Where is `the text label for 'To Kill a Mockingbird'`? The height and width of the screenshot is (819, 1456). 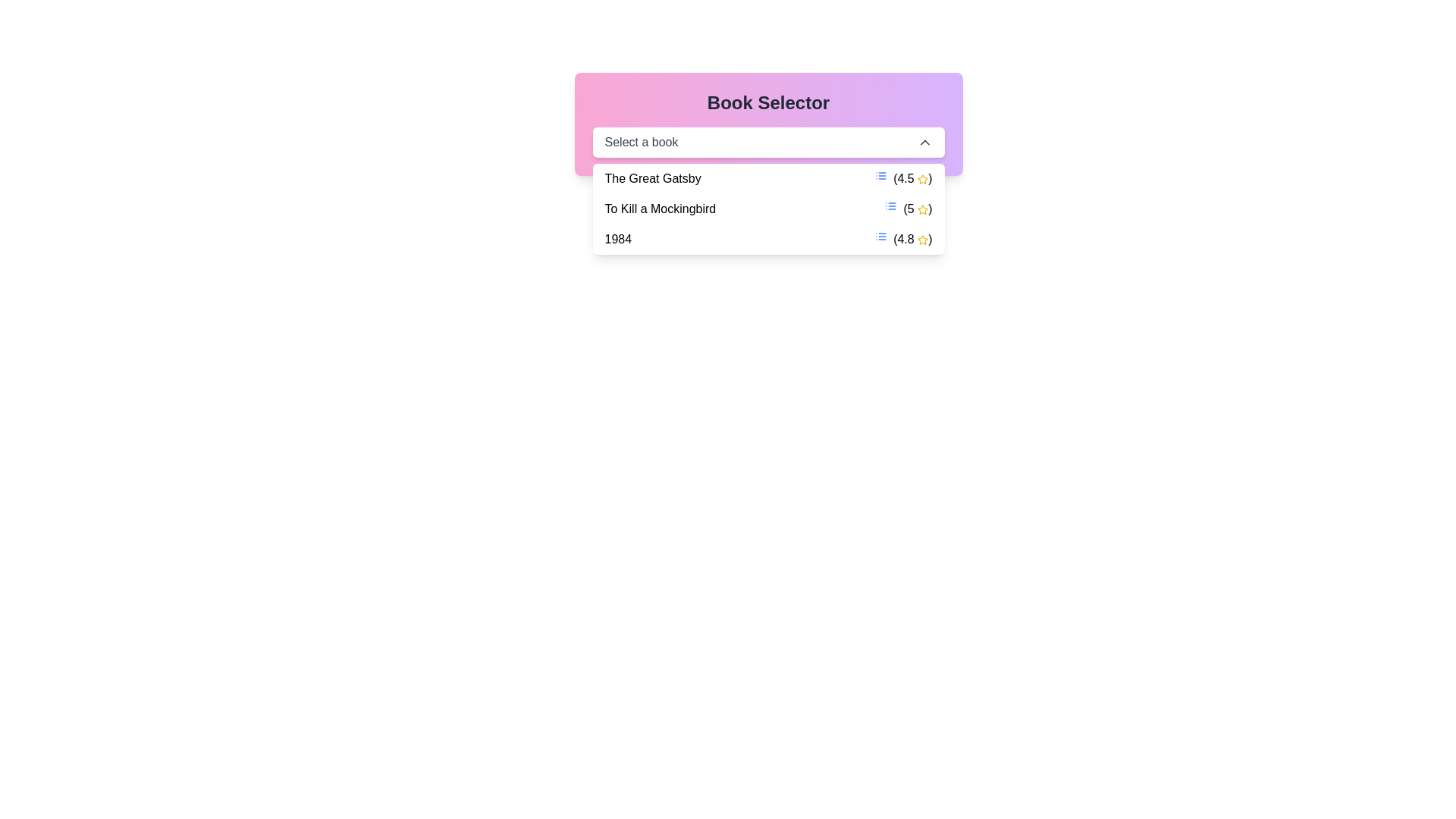
the text label for 'To Kill a Mockingbird' is located at coordinates (660, 209).